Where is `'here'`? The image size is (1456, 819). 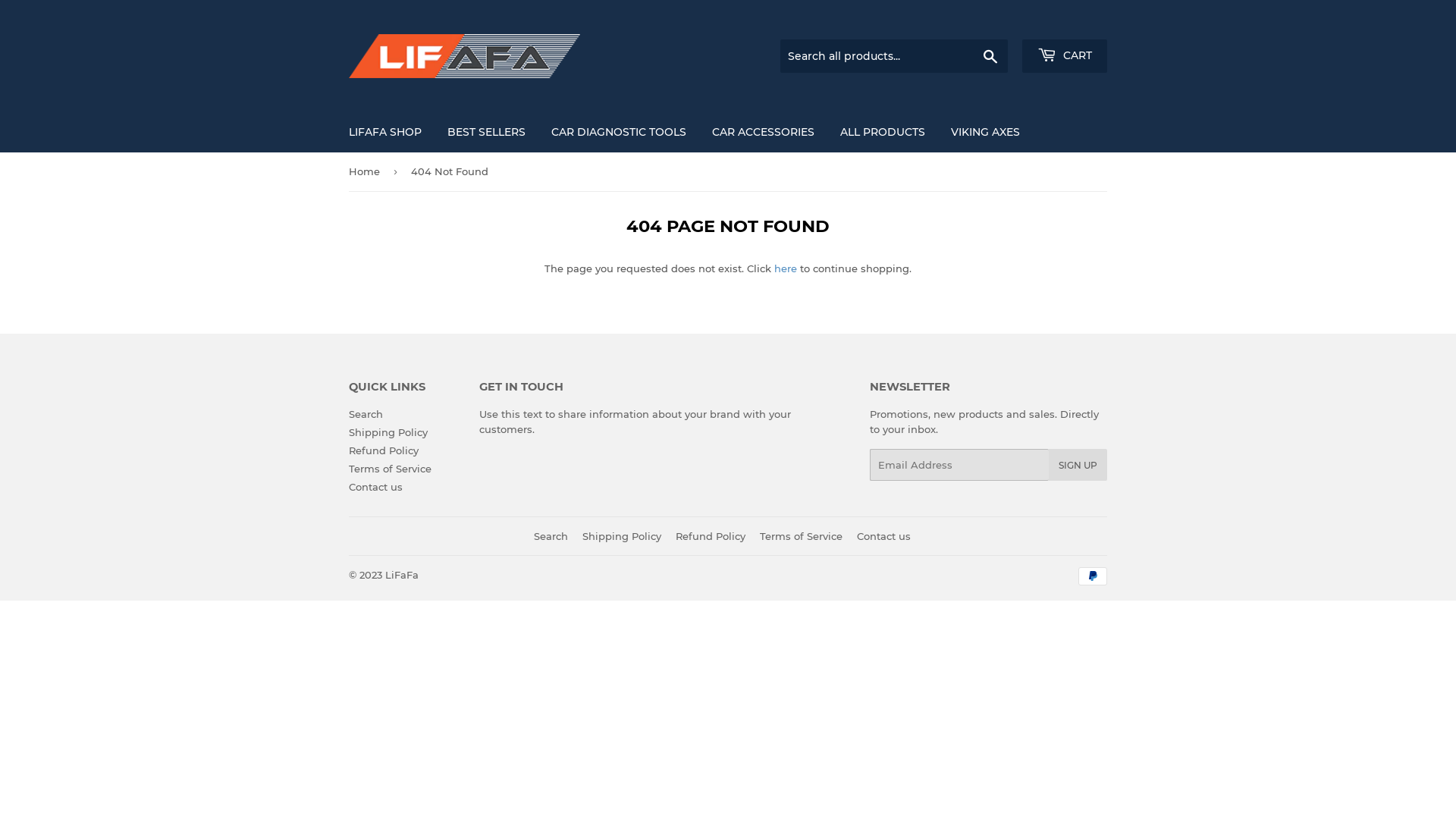 'here' is located at coordinates (786, 268).